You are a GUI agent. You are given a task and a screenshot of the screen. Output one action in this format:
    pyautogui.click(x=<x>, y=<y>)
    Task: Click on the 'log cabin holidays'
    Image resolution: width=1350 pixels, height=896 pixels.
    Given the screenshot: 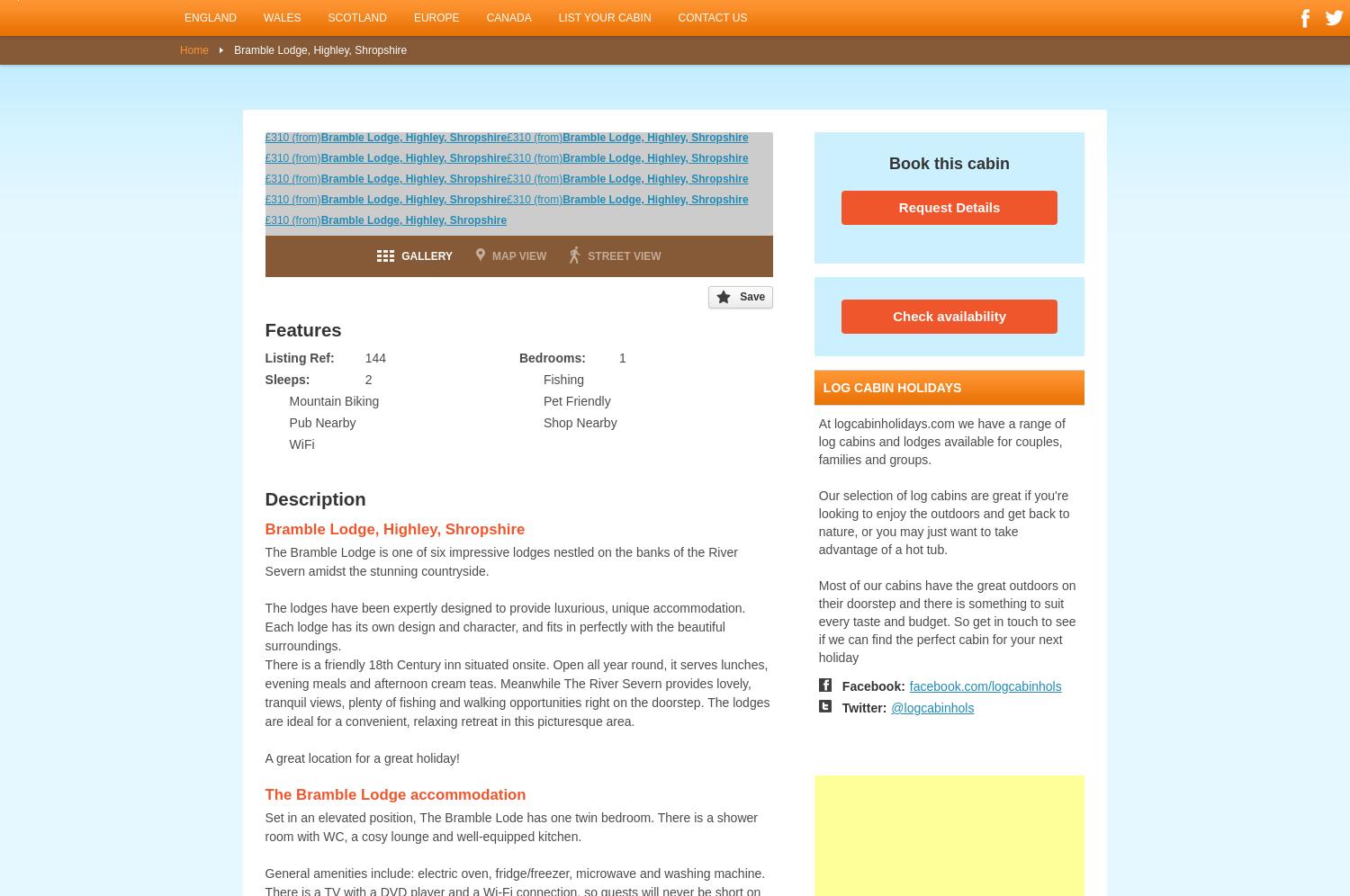 What is the action you would take?
    pyautogui.click(x=891, y=387)
    